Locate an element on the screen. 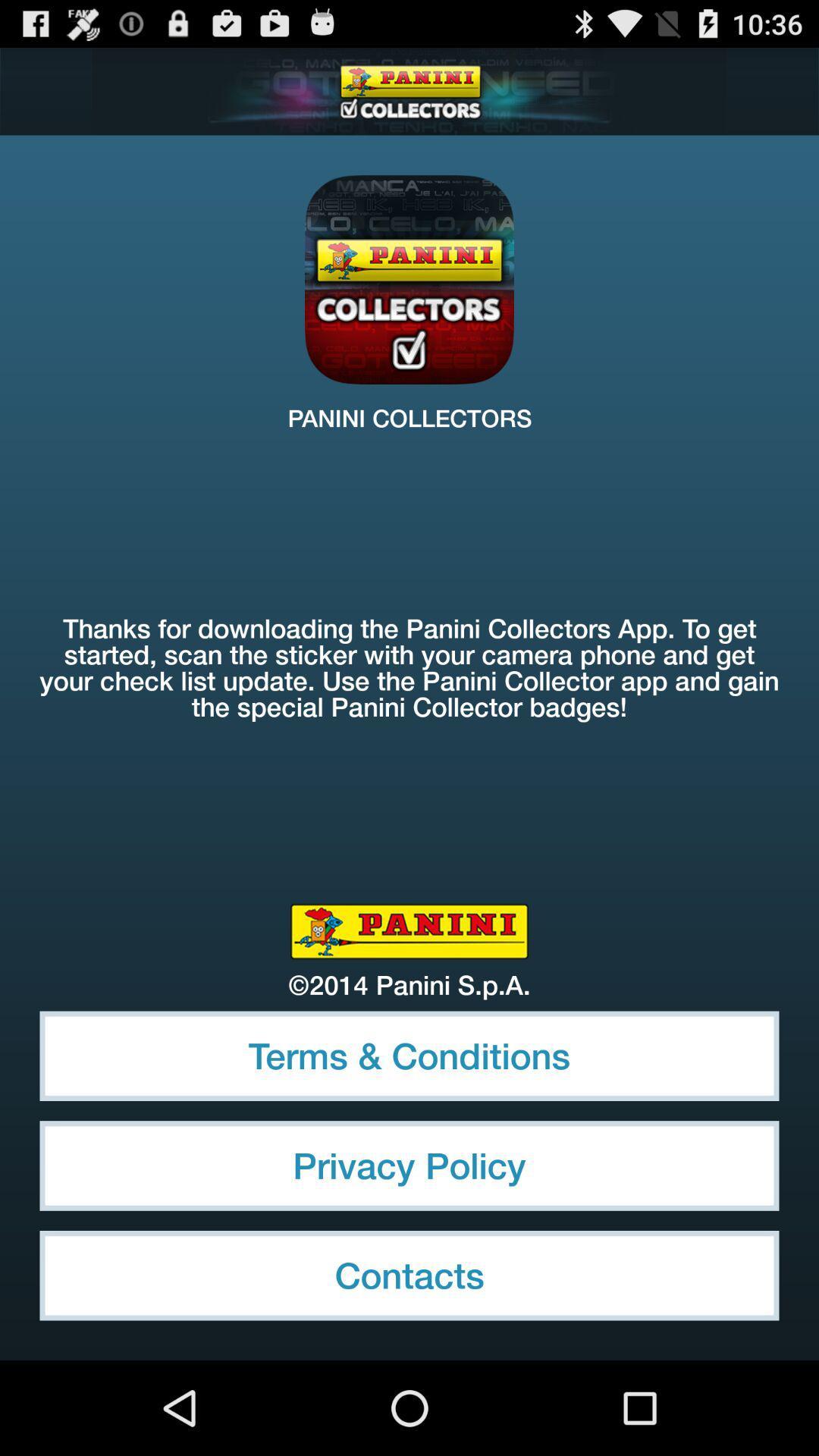 The image size is (819, 1456). item below the 2014 panini s is located at coordinates (409, 1055).